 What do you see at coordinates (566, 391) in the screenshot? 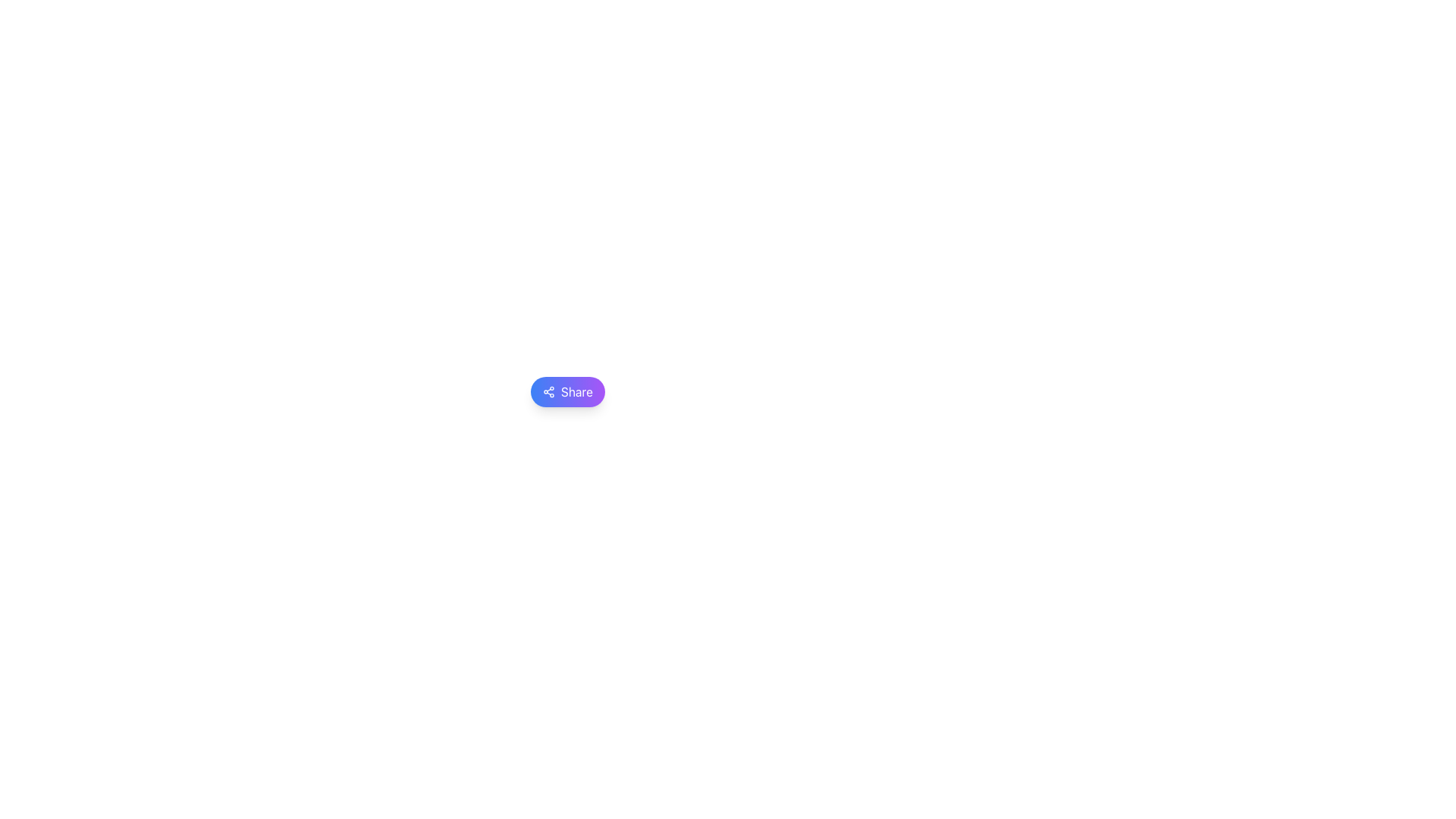
I see `the 'Share' button with a rounded gradient background and activate it` at bounding box center [566, 391].